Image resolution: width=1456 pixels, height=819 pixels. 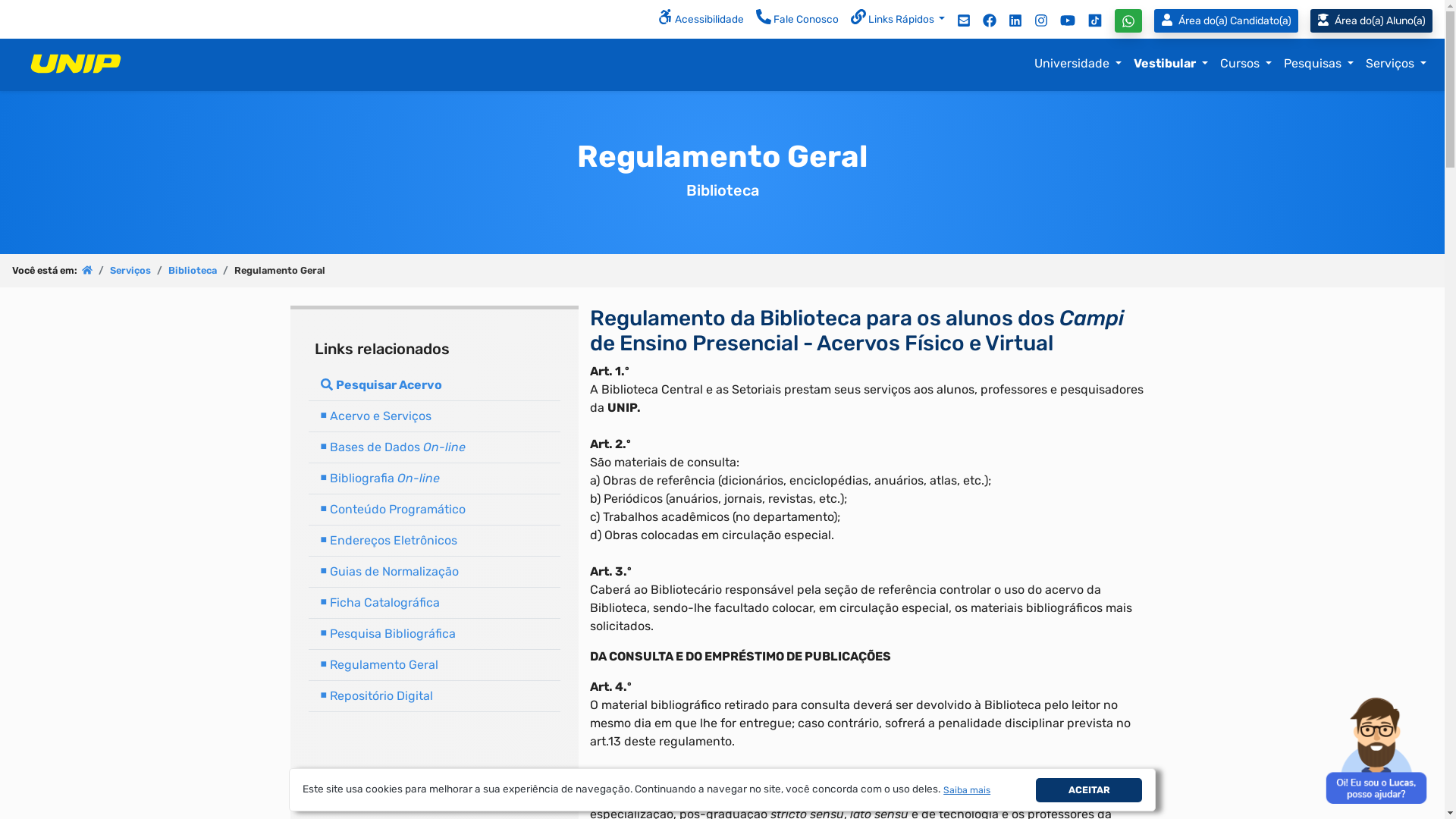 What do you see at coordinates (1087, 789) in the screenshot?
I see `'ACEITAR'` at bounding box center [1087, 789].